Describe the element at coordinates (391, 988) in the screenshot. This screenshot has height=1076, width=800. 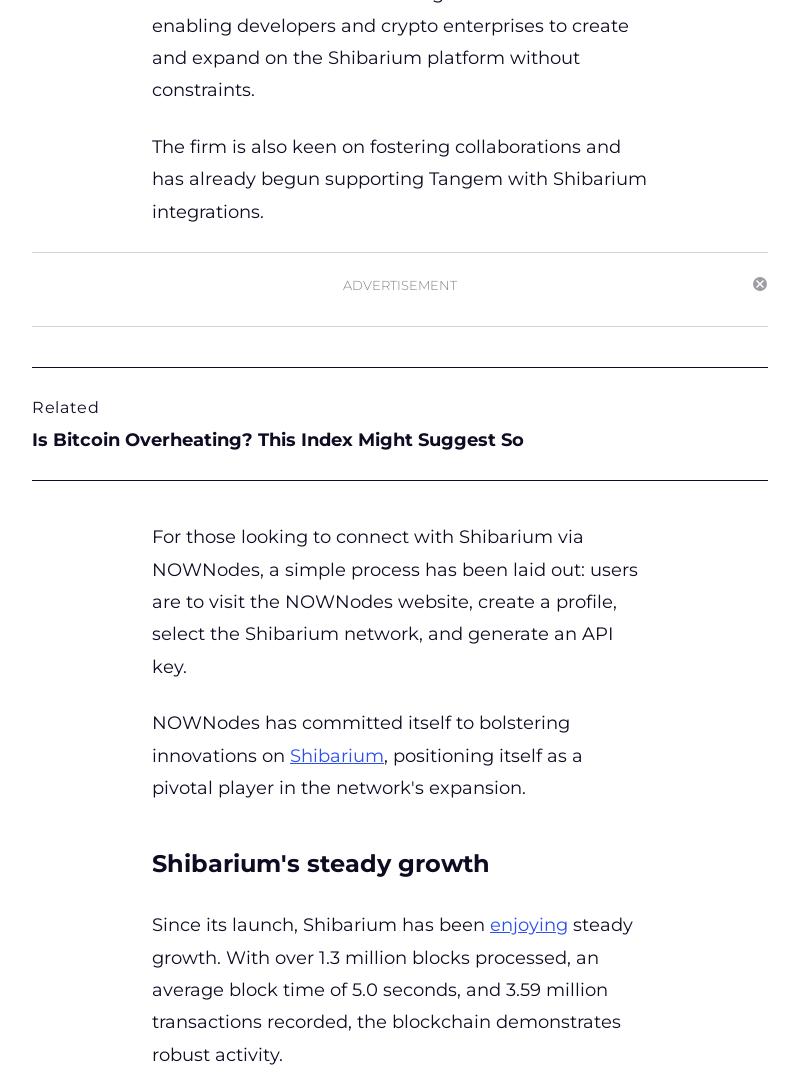
I see `'steady growth. With over 1.3 million blocks processed, an average block time of 5.0 seconds, and 3.59 million transactions recorded, the blockchain demonstrates robust activity.'` at that location.